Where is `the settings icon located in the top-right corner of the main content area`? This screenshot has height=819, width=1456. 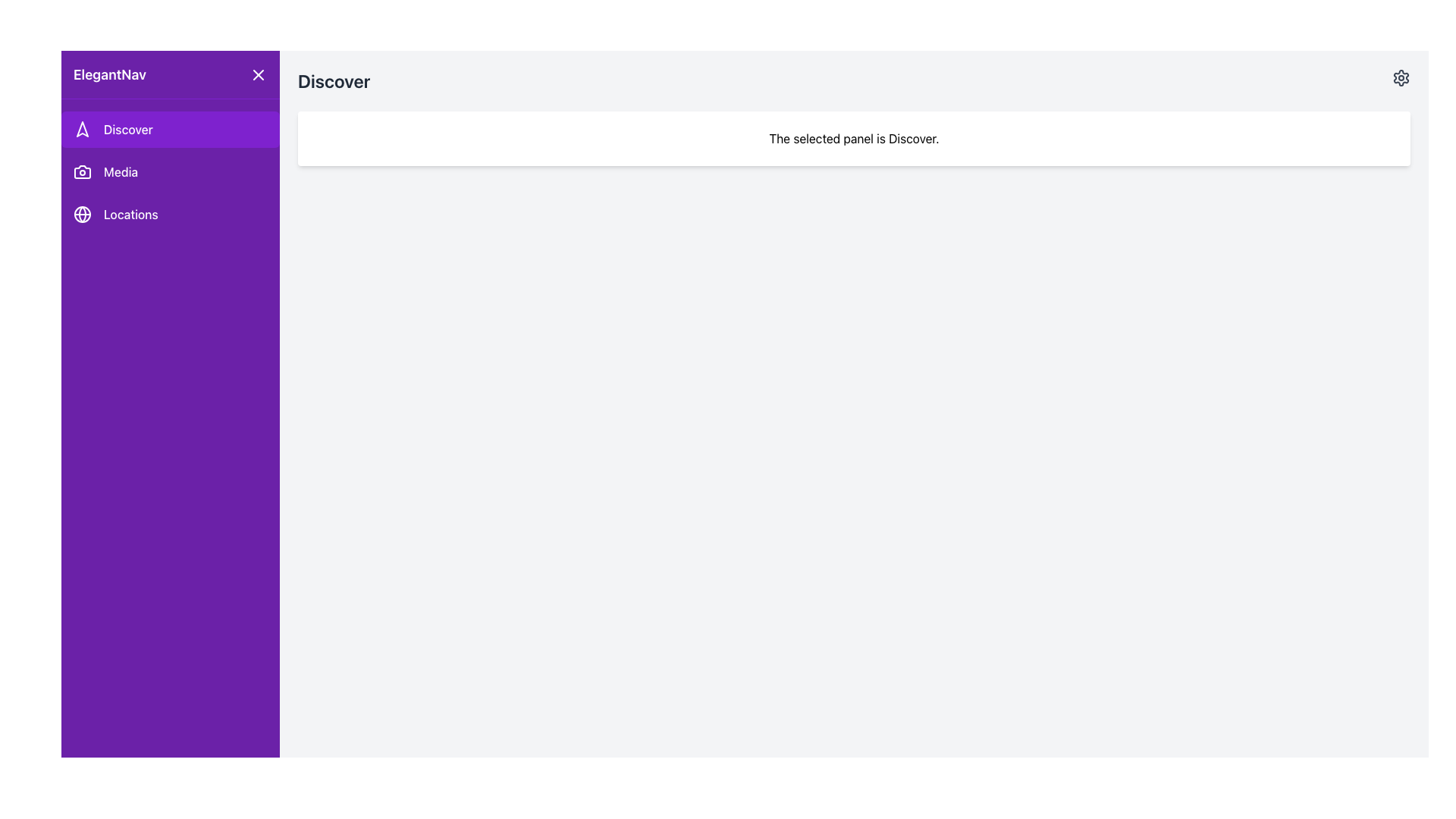
the settings icon located in the top-right corner of the main content area is located at coordinates (1401, 78).